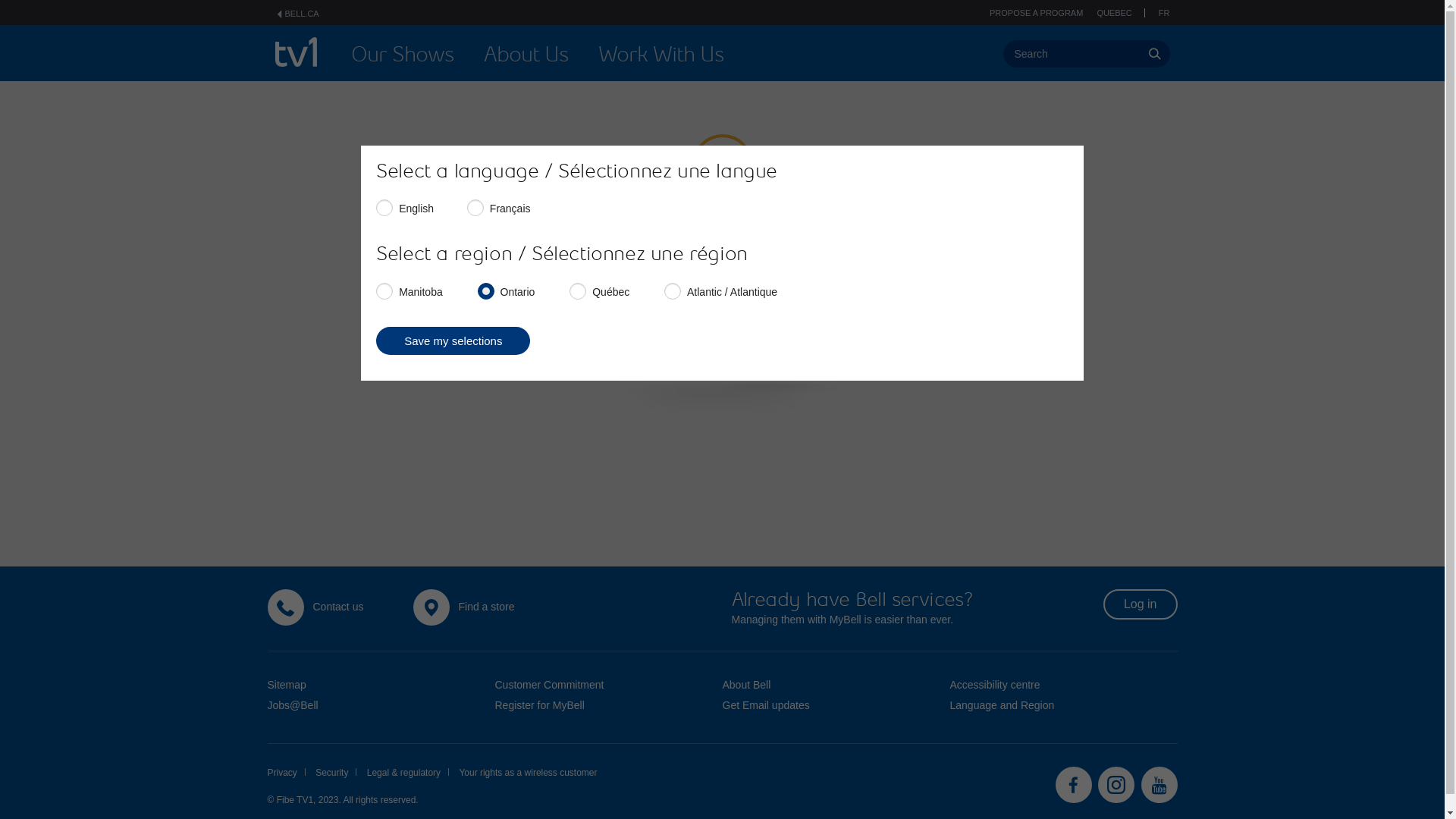 This screenshot has height=819, width=1456. Describe the element at coordinates (548, 684) in the screenshot. I see `'Customer Commitment'` at that location.